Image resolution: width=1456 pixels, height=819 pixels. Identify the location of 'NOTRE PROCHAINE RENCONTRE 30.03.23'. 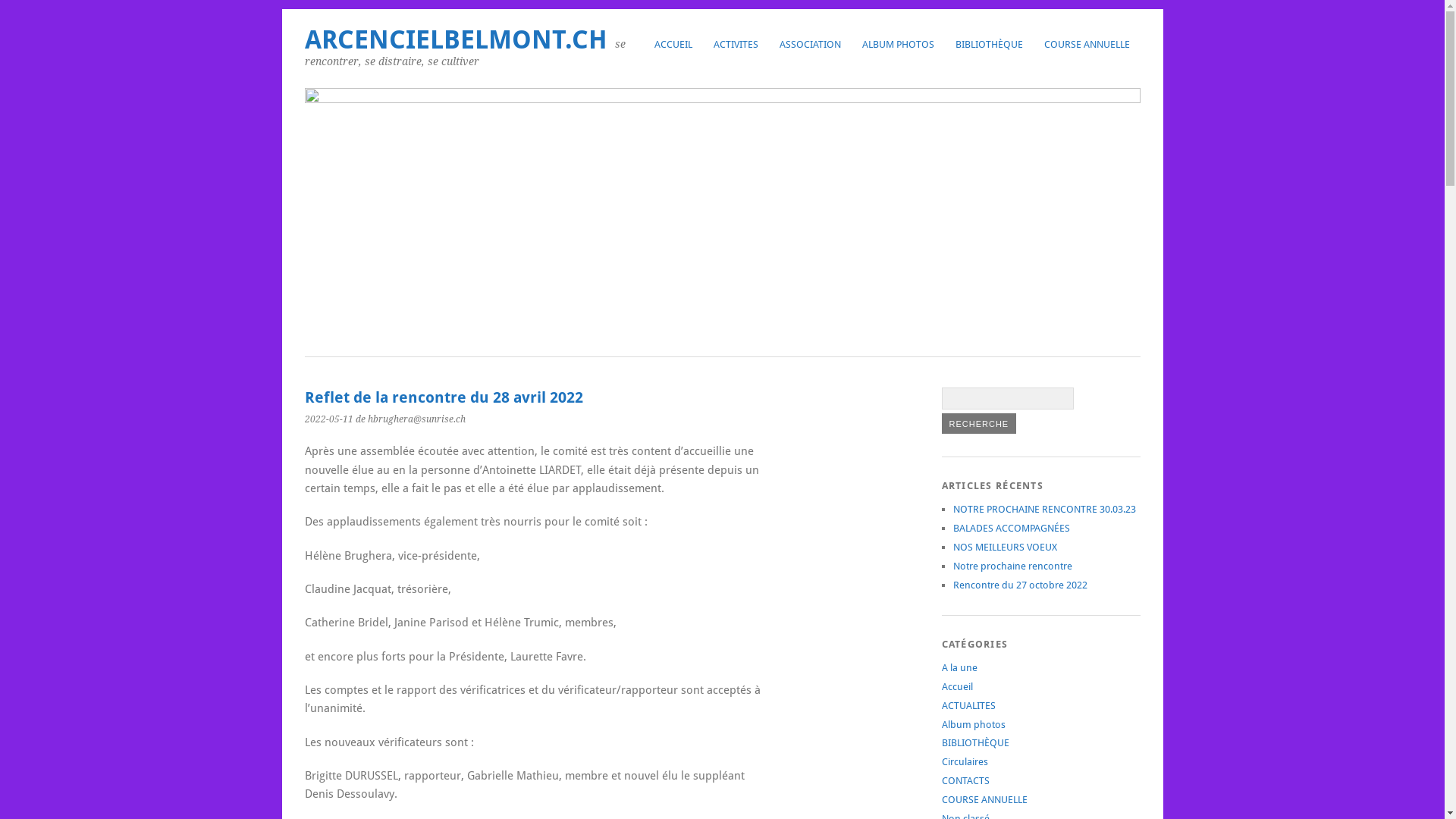
(1043, 509).